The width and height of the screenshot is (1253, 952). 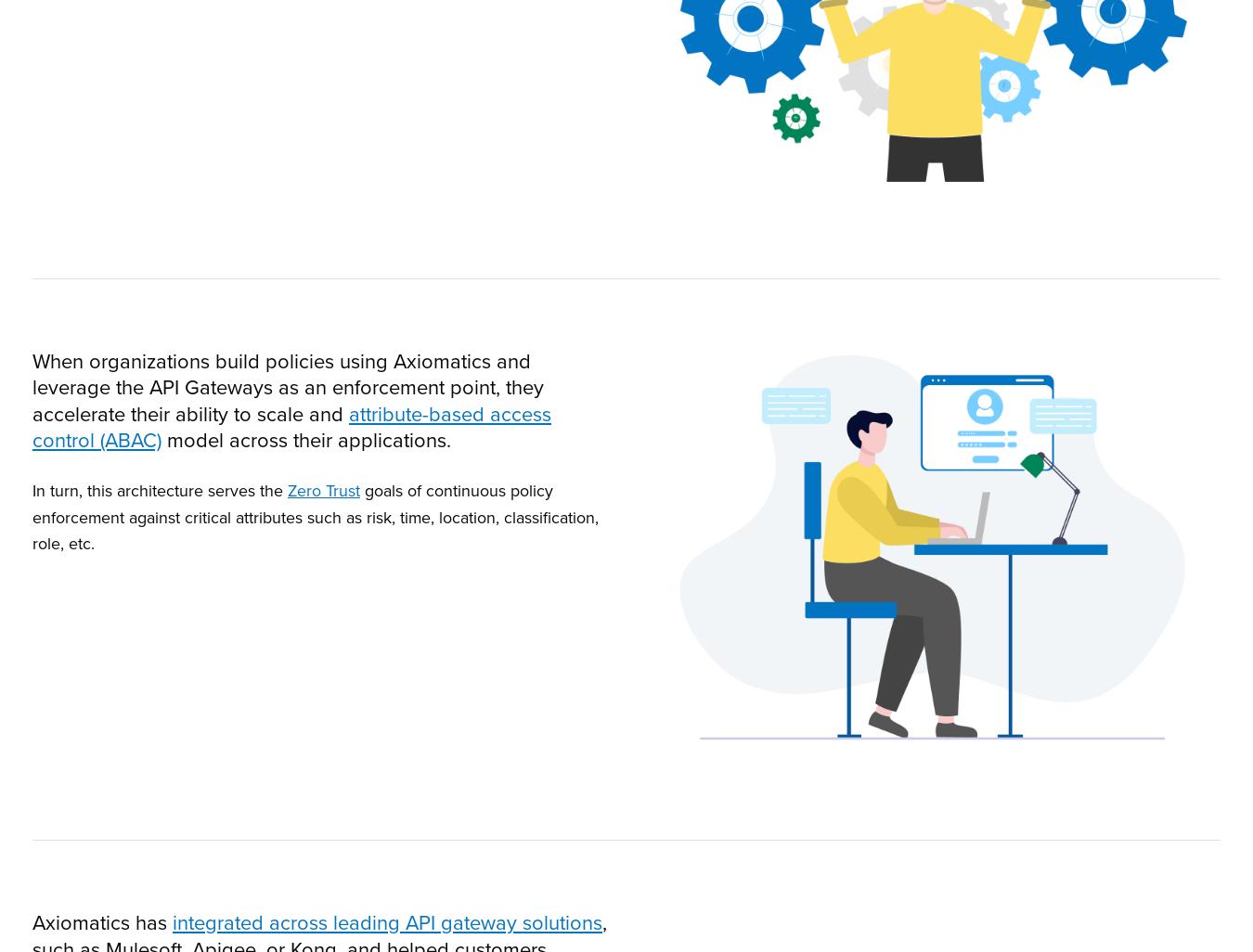 I want to click on 'We won't track your information when you visit our site. But in order to comply with your preferences, we'll have to use just one tiny cookie so that you're not asked to make this choice again.', so click(x=621, y=808).